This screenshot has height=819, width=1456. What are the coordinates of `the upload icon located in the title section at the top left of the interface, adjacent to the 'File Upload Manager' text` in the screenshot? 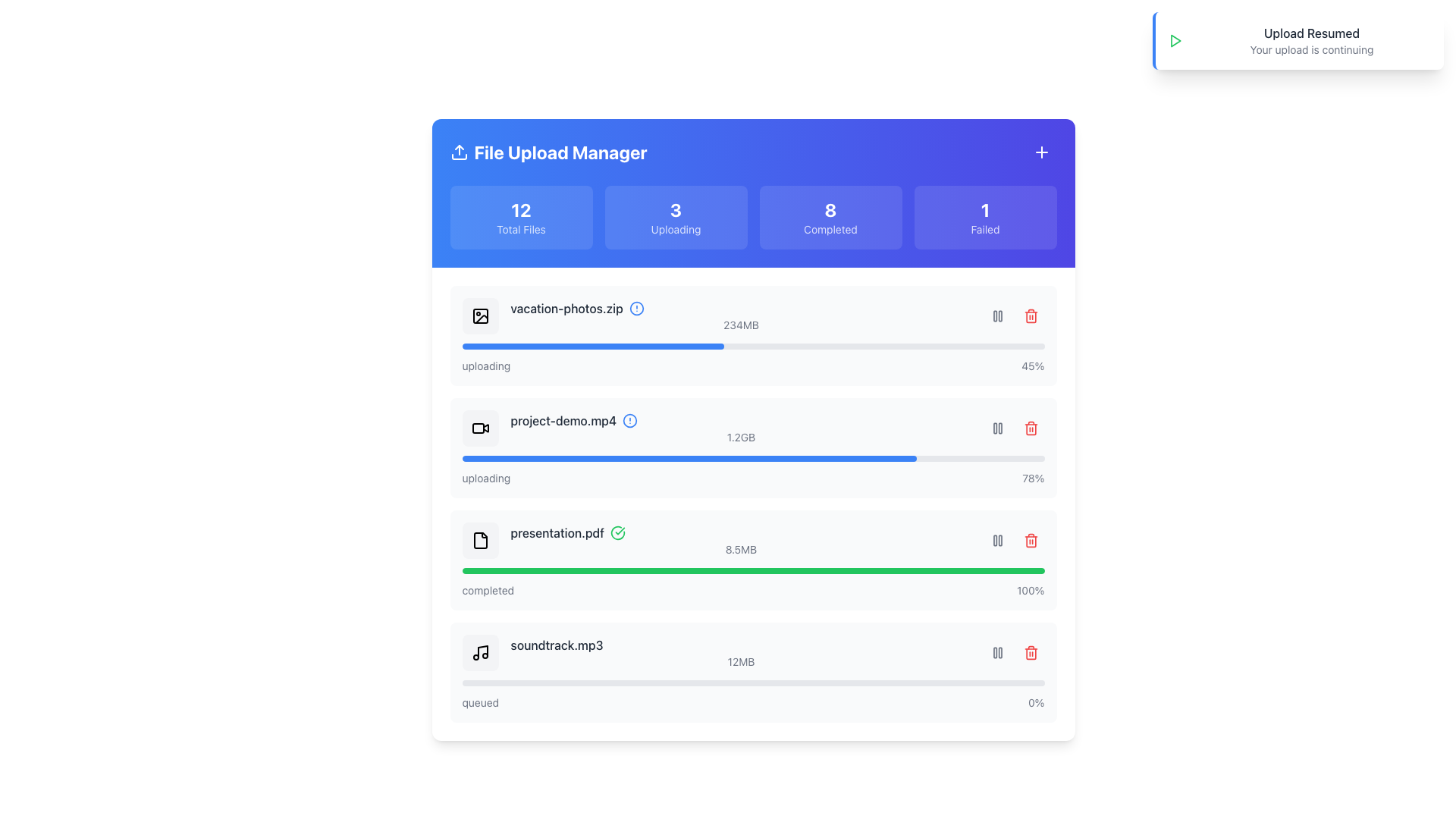 It's located at (458, 157).